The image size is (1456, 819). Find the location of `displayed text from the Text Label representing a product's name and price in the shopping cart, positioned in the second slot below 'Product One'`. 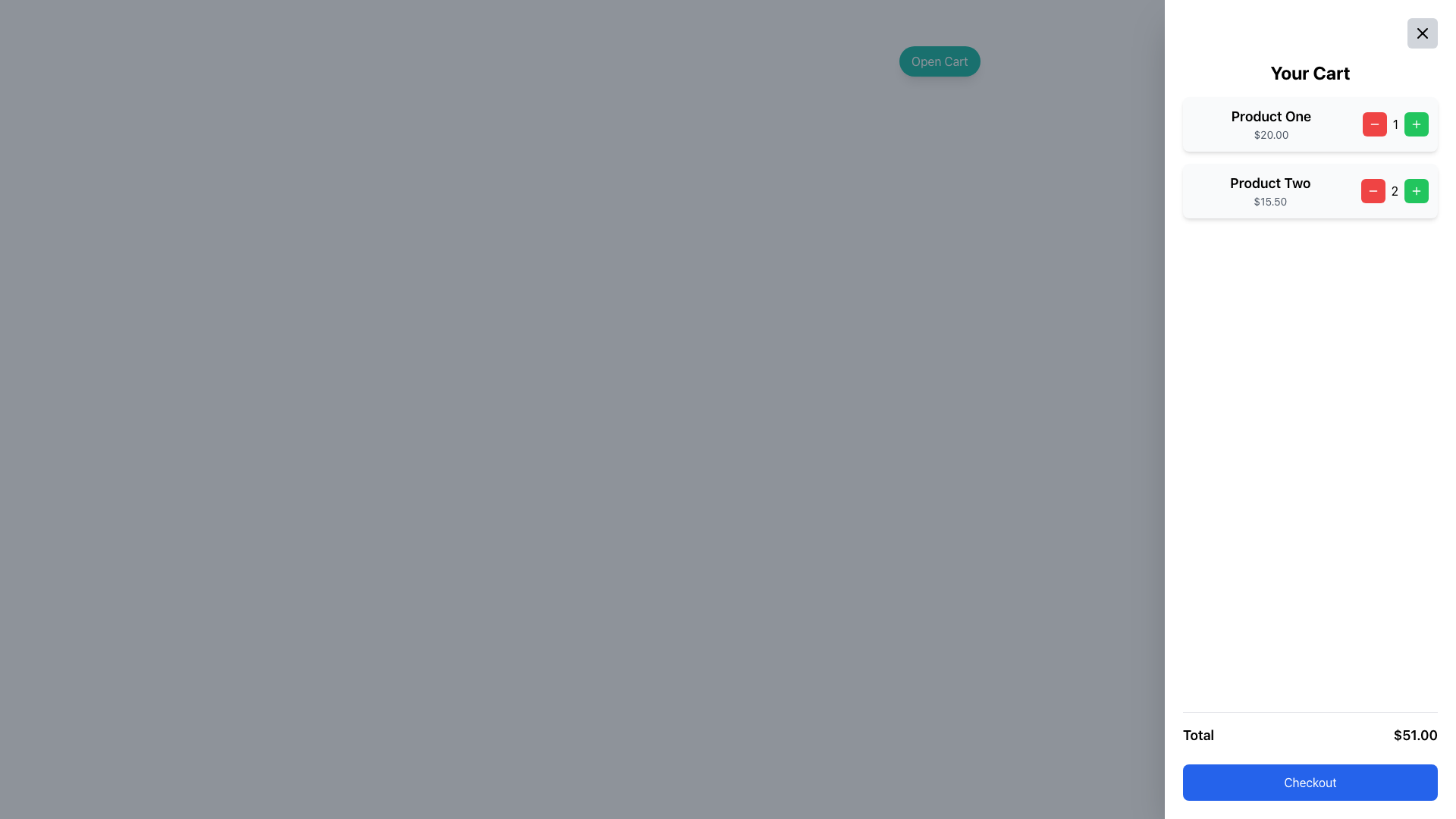

displayed text from the Text Label representing a product's name and price in the shopping cart, positioned in the second slot below 'Product One' is located at coordinates (1270, 190).